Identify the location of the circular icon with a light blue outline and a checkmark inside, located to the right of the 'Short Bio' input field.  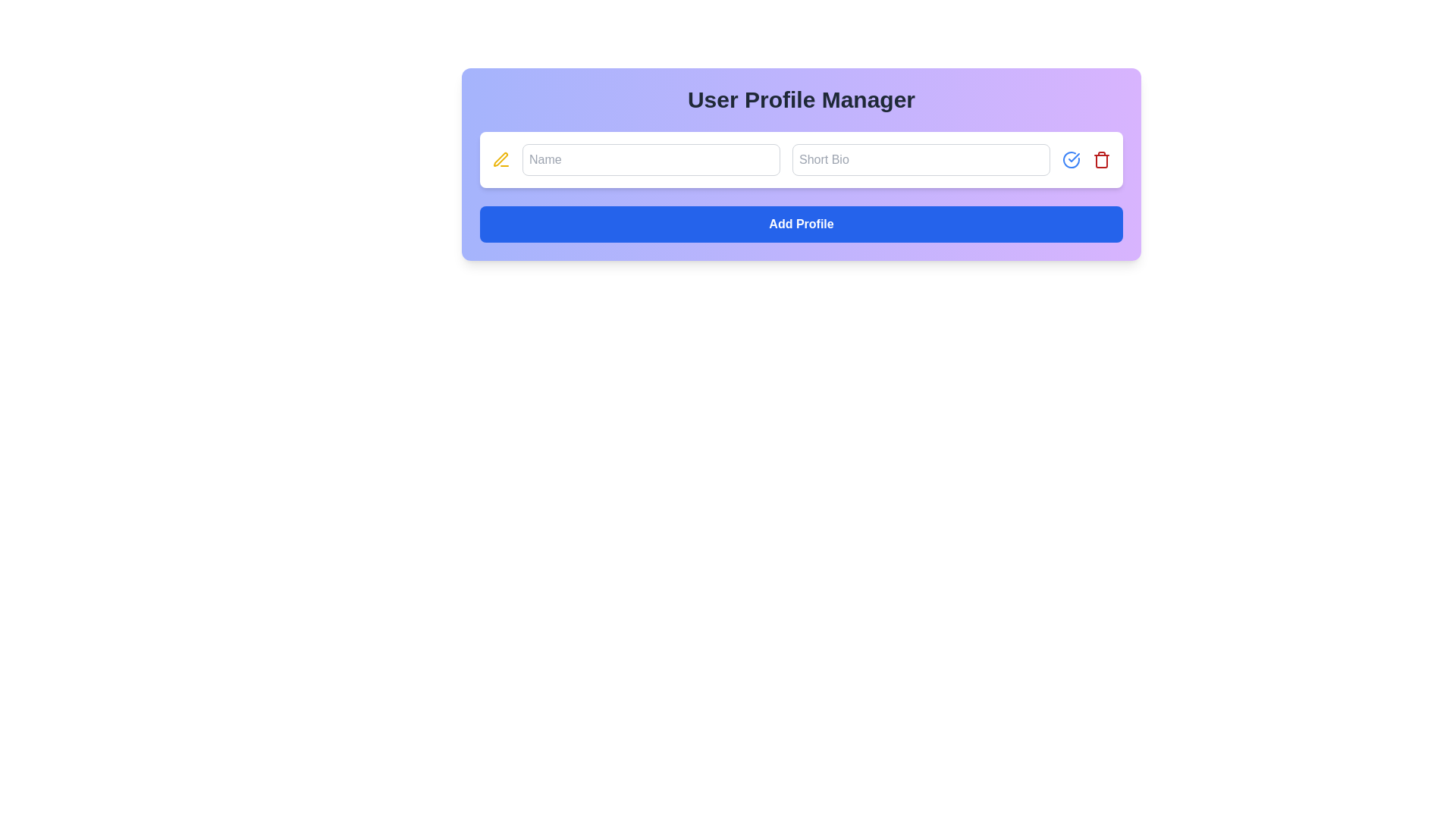
(1070, 160).